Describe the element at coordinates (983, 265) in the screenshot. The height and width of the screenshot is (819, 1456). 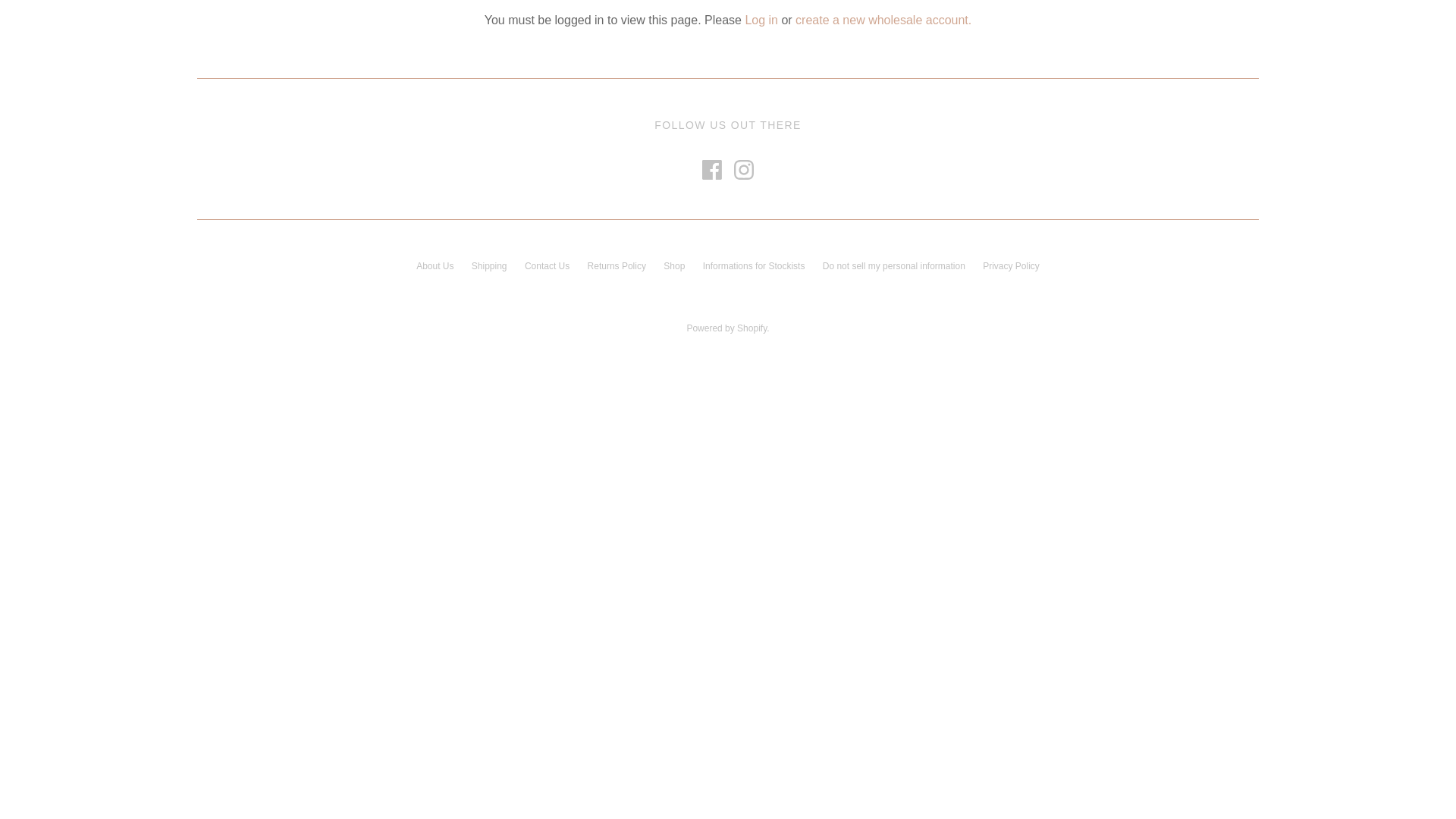
I see `'Privacy Policy'` at that location.